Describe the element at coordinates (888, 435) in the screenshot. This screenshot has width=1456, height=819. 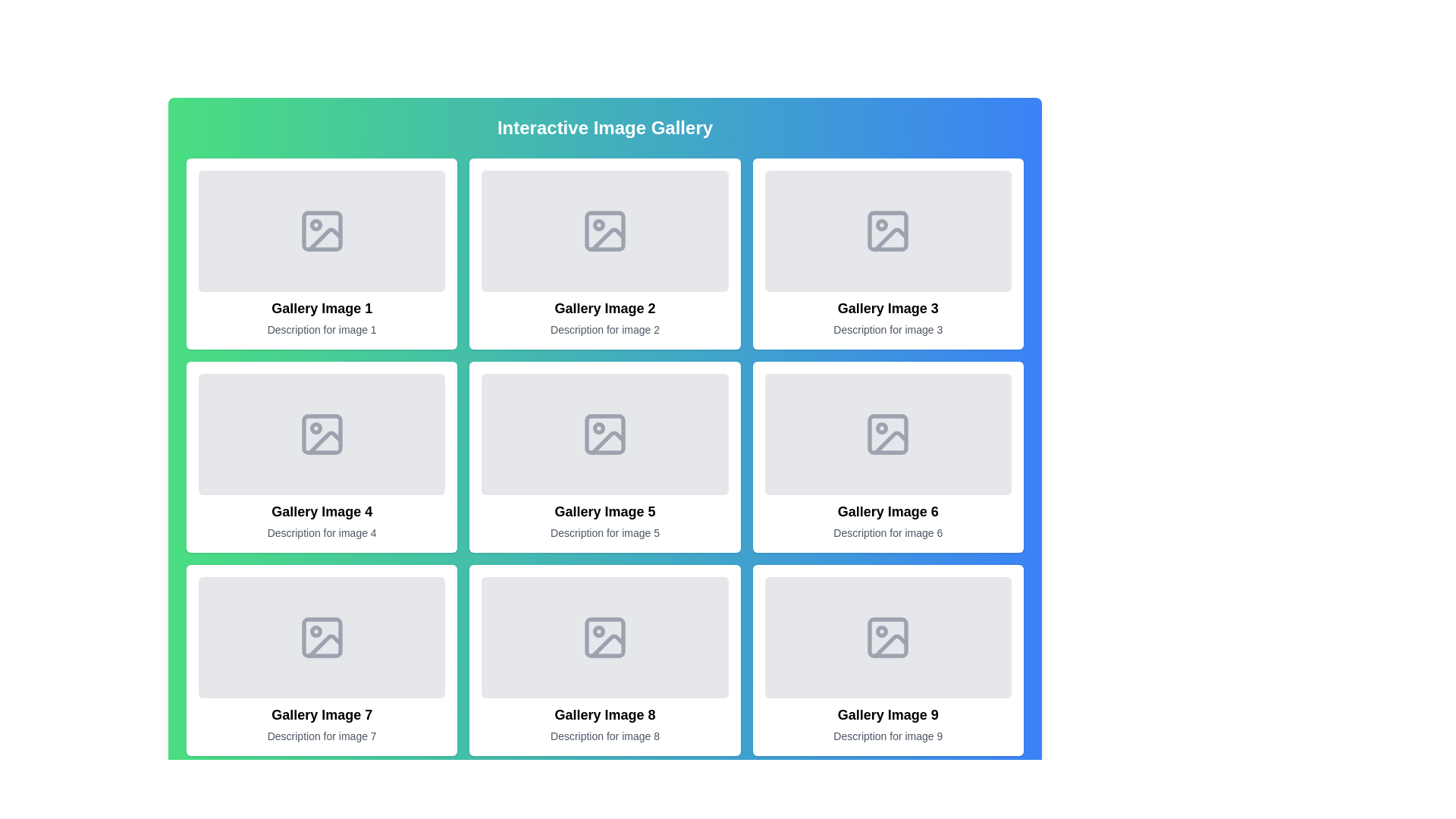
I see `the Image Placeholder element with a gray background and an image placeholder icon, located in the middle column of the gallery grid layout in the second row` at that location.